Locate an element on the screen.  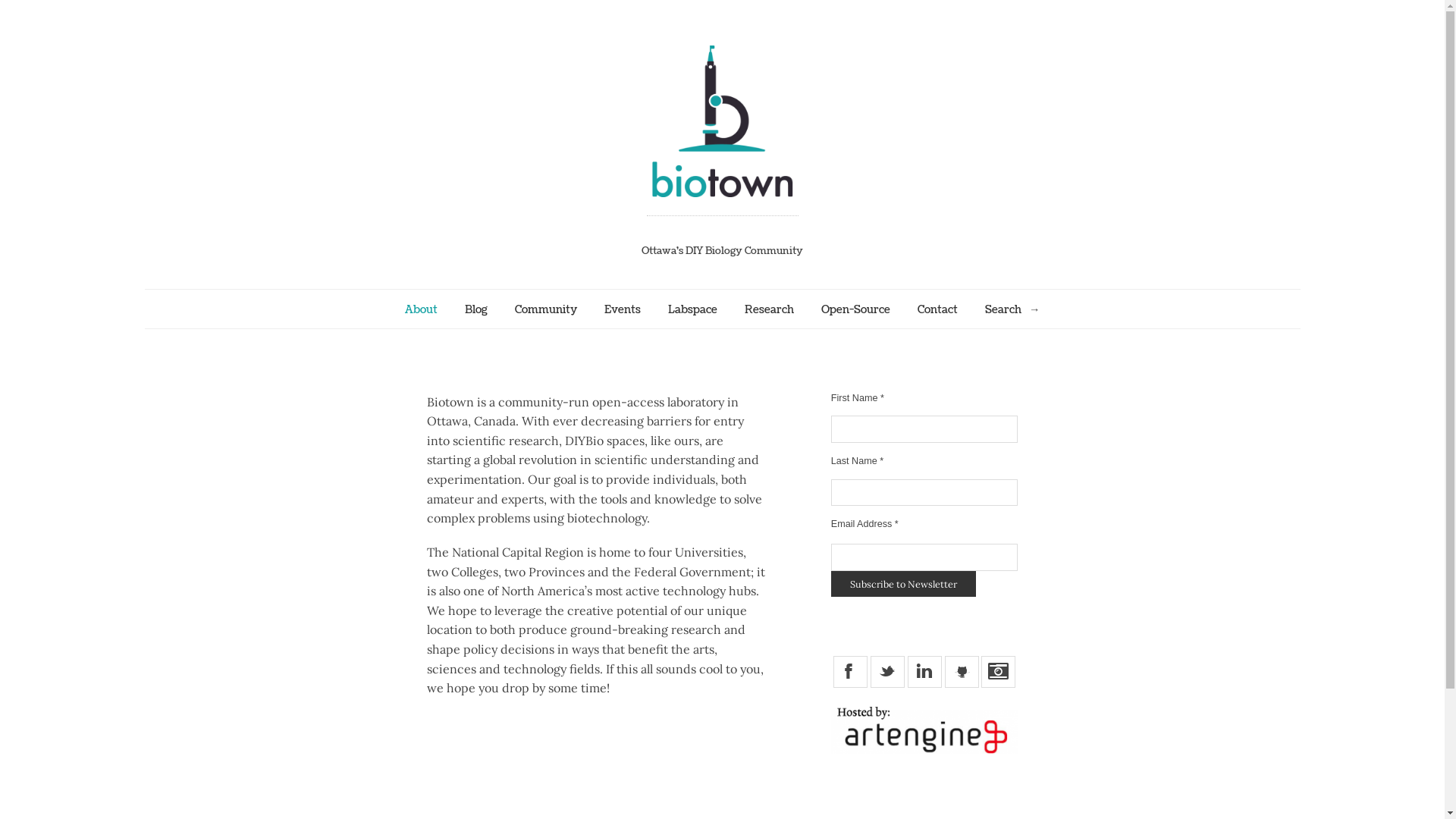
'Community' is located at coordinates (545, 309).